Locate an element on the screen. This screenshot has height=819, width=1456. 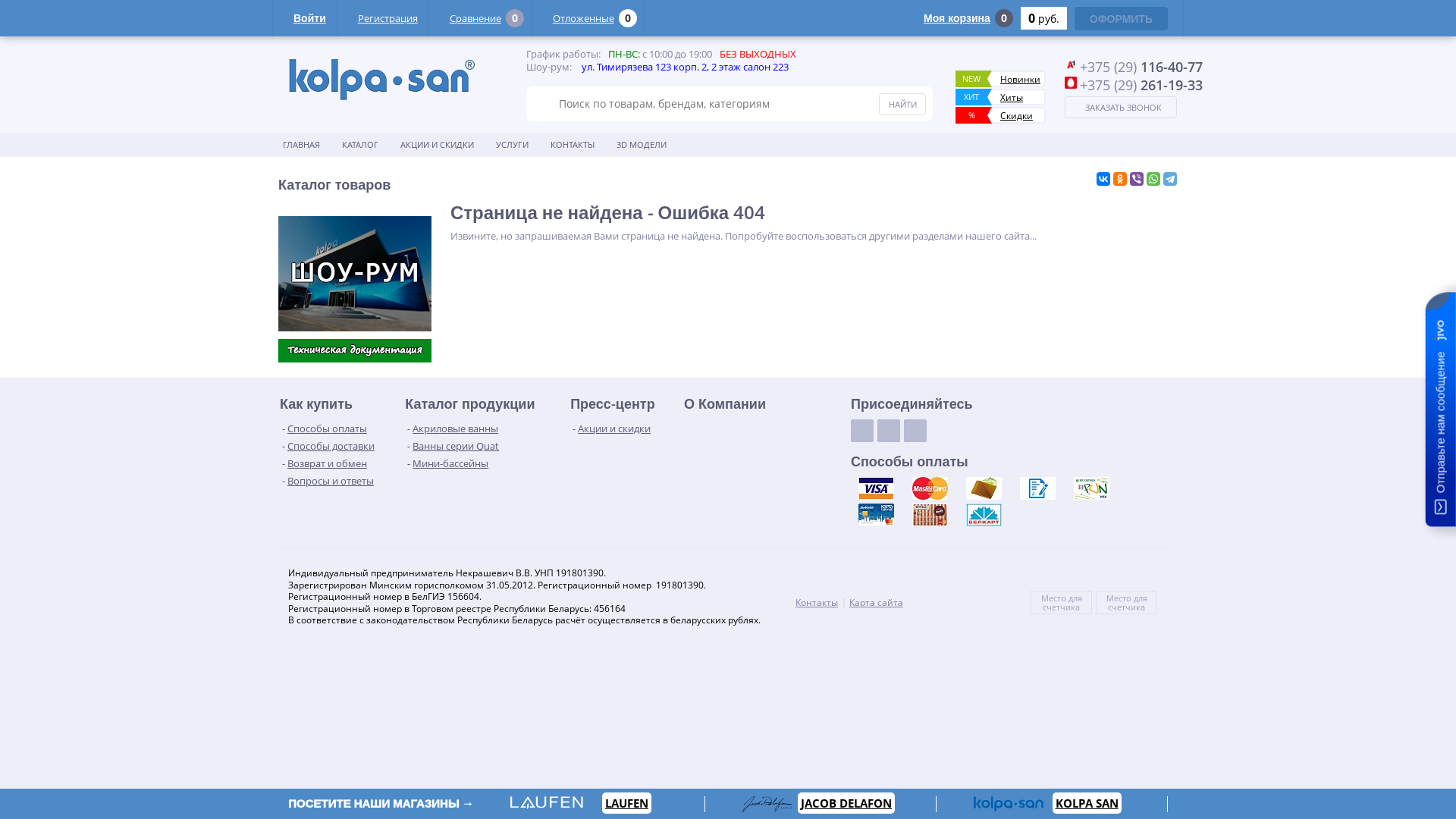
'JACOB DELAFON' is located at coordinates (846, 802).